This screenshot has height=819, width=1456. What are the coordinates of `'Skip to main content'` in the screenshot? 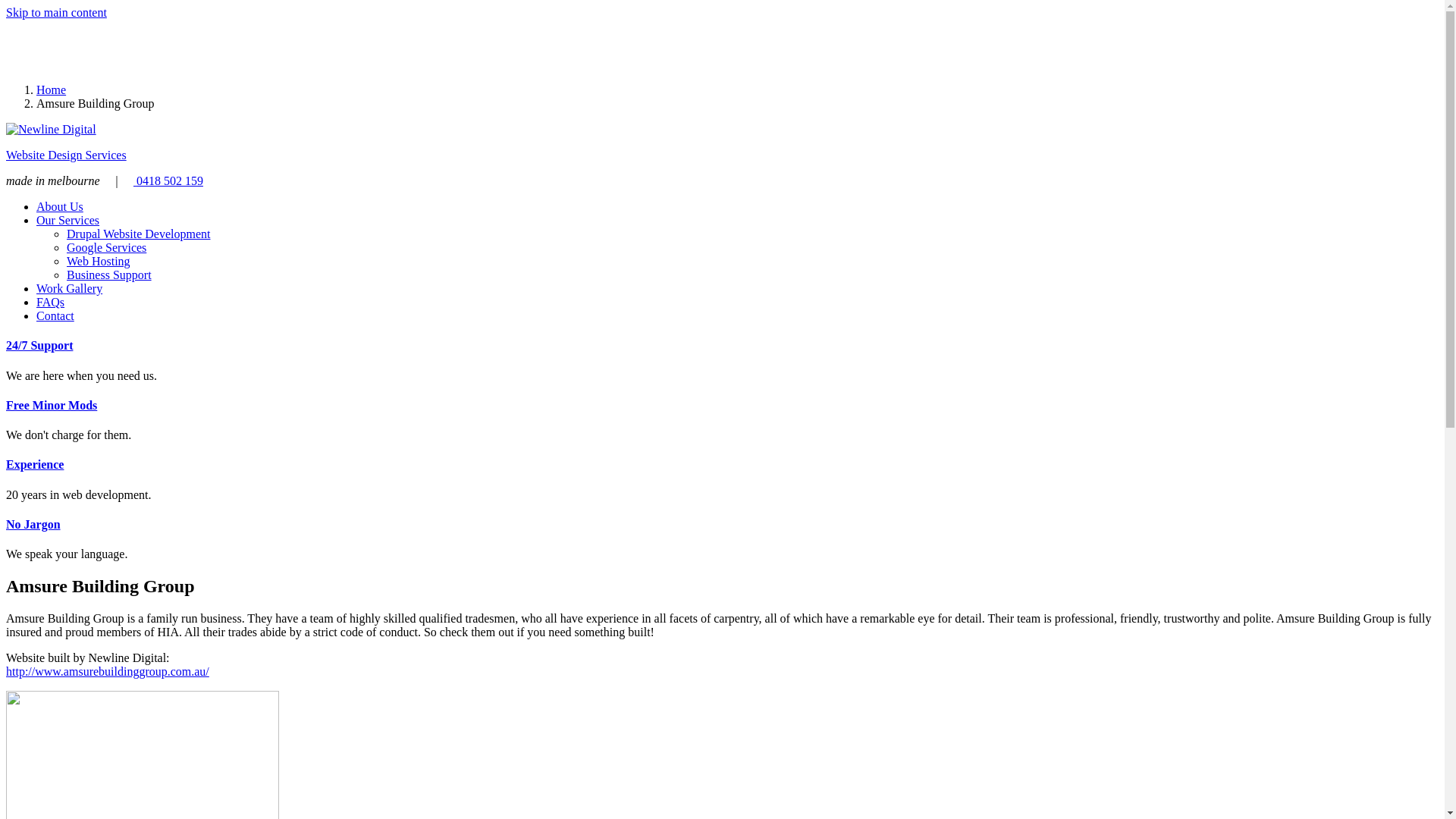 It's located at (56, 12).